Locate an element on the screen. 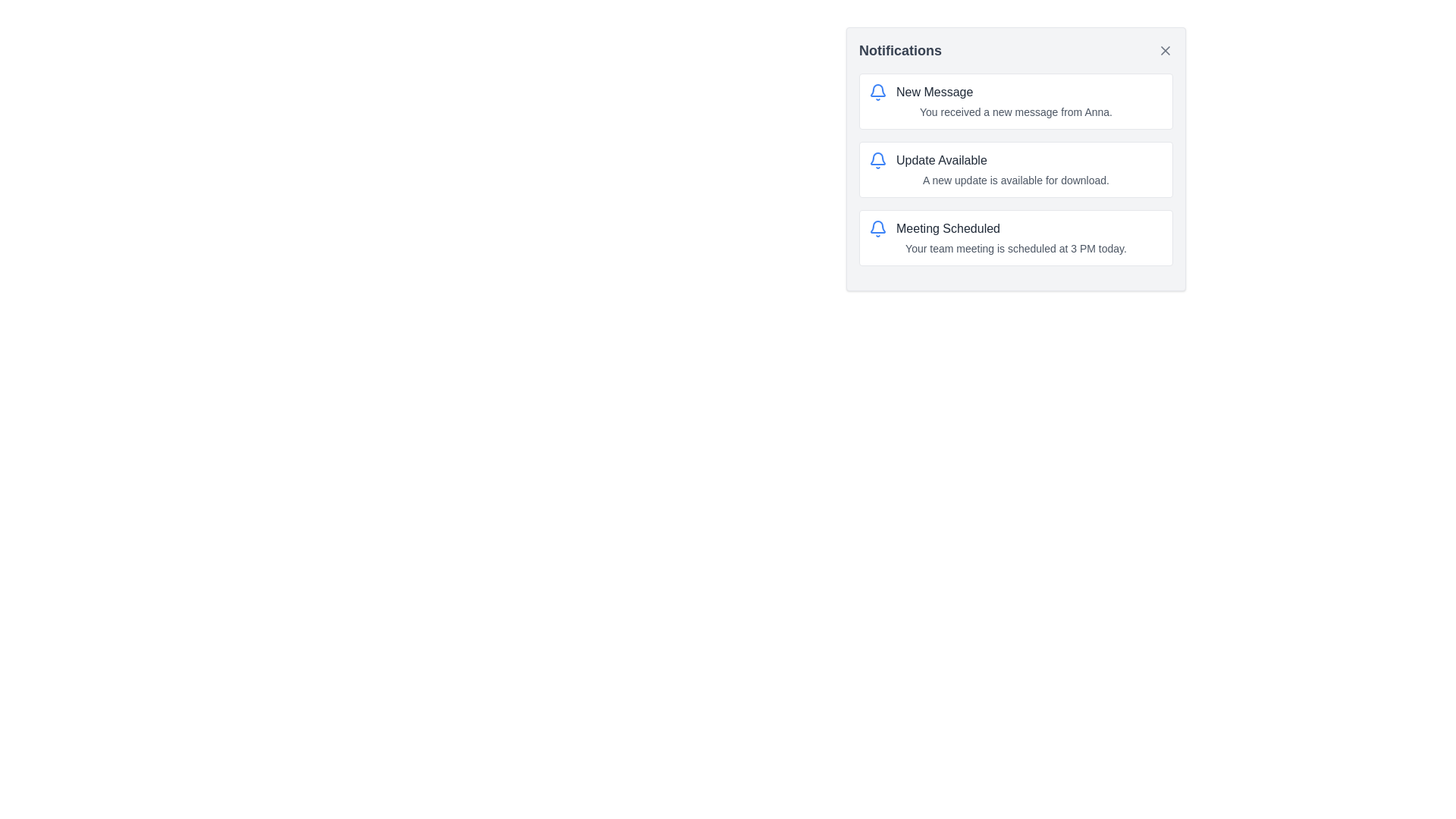  the ringing bell icon located in the right sidebar, aligned horizontally with the 'Meeting Scheduled' notification entry is located at coordinates (877, 227).